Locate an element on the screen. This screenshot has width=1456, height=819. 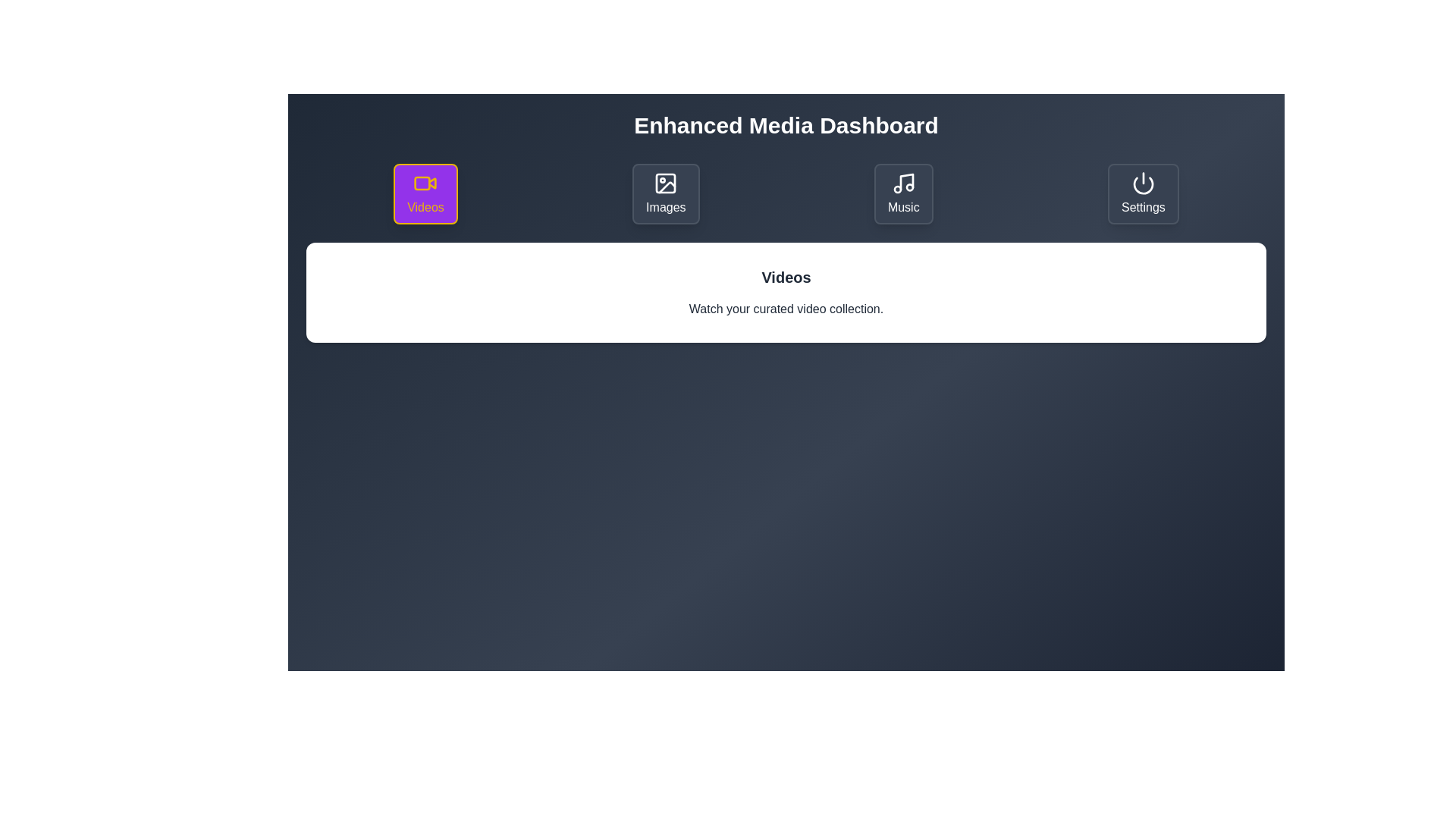
the Music tab to switch to its content is located at coordinates (903, 193).